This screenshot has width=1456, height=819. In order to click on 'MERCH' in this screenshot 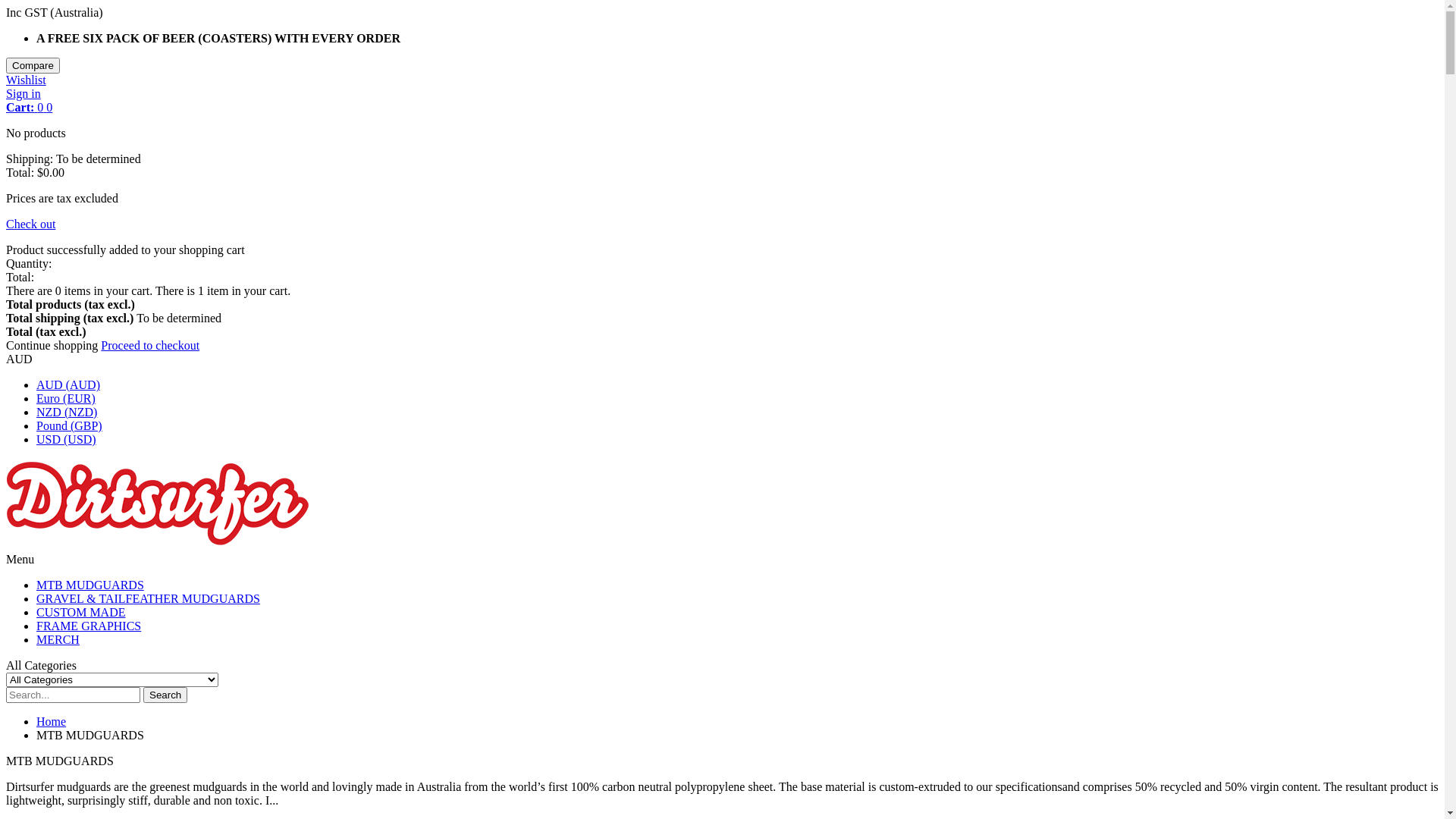, I will do `click(36, 639)`.